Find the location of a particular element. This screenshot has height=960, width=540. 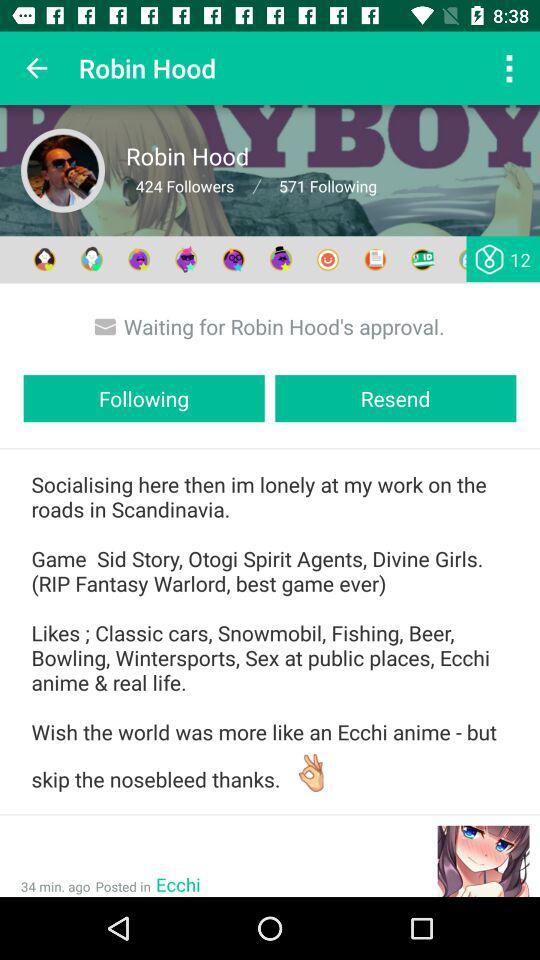

the ninth icon from the  nine icons is located at coordinates (421, 258).